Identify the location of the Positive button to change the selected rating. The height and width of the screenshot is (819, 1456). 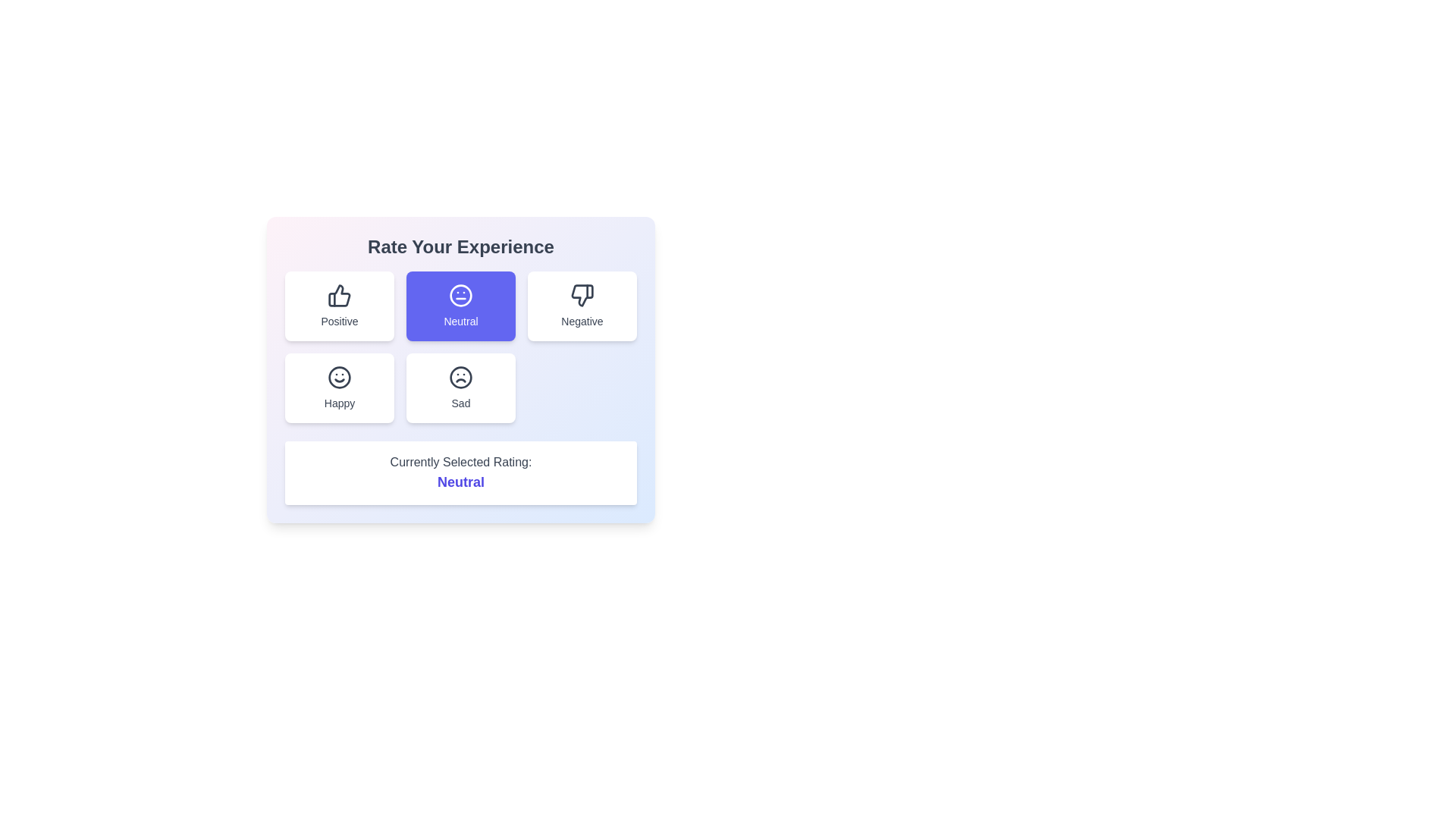
(338, 306).